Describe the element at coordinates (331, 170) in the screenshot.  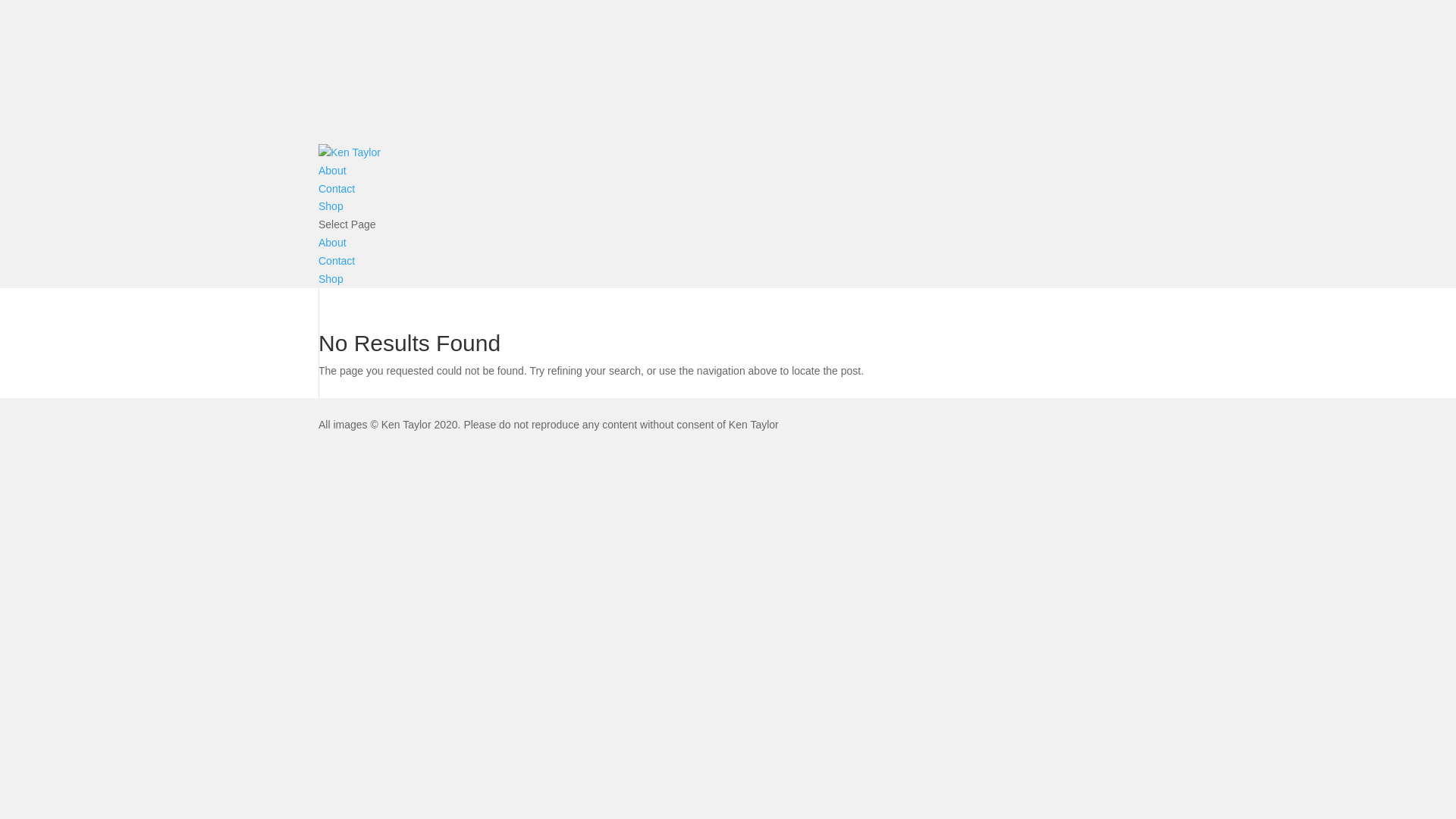
I see `'About'` at that location.